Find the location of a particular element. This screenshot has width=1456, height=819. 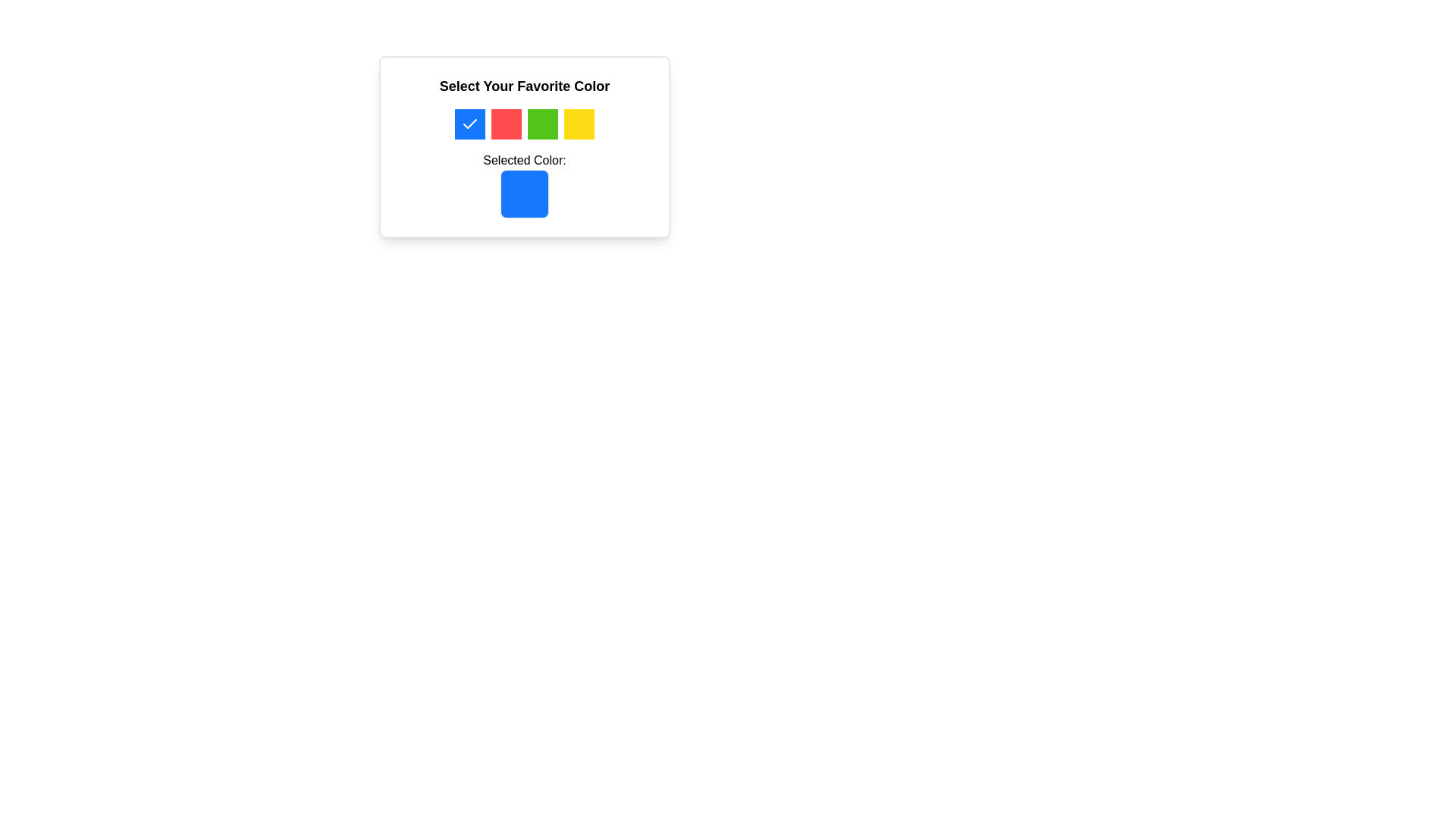

the red button located in the group of four colorful boxes, situated between the blue box and the green box is located at coordinates (506, 124).